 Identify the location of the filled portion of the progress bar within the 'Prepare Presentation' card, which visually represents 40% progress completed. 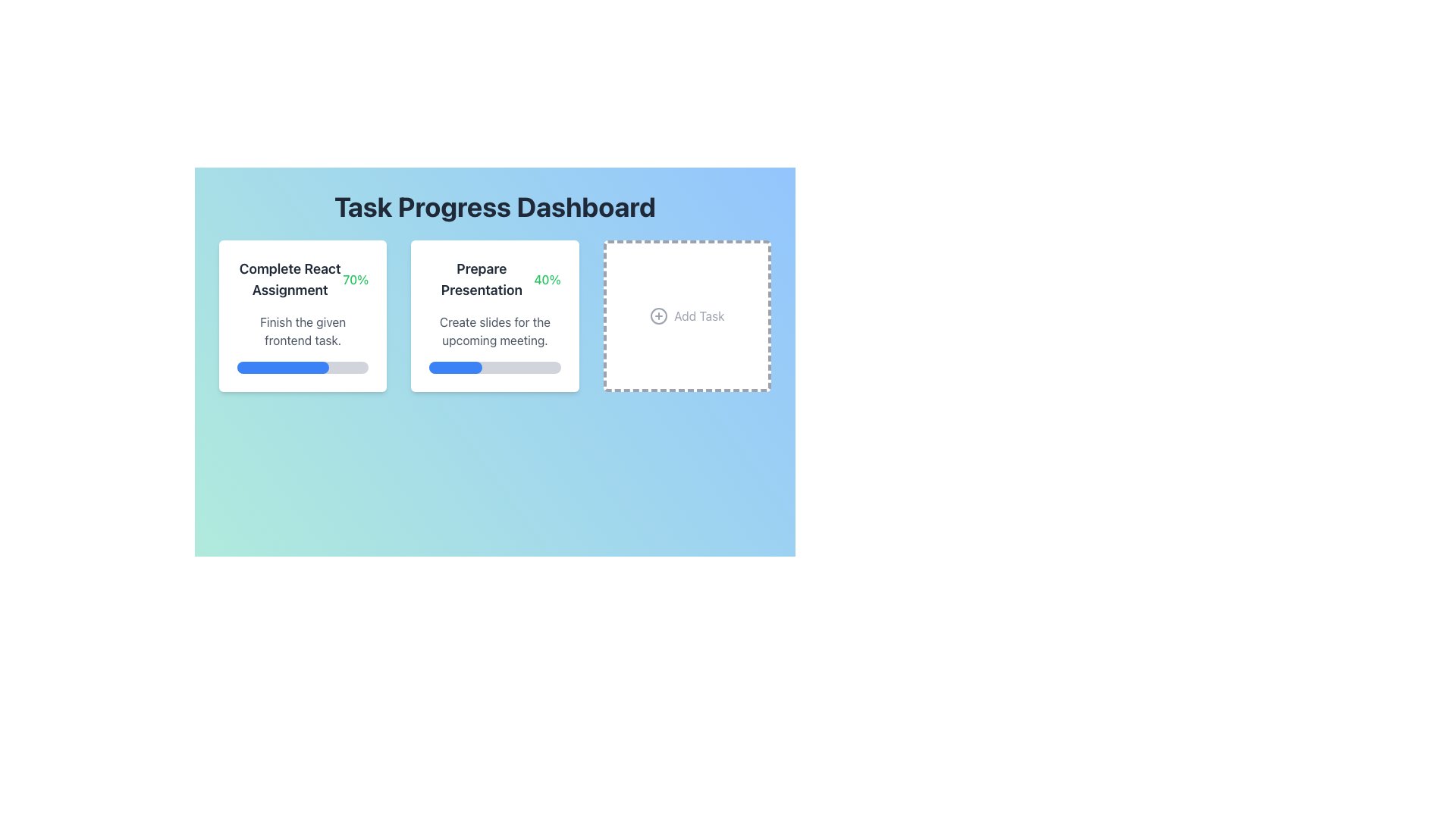
(454, 368).